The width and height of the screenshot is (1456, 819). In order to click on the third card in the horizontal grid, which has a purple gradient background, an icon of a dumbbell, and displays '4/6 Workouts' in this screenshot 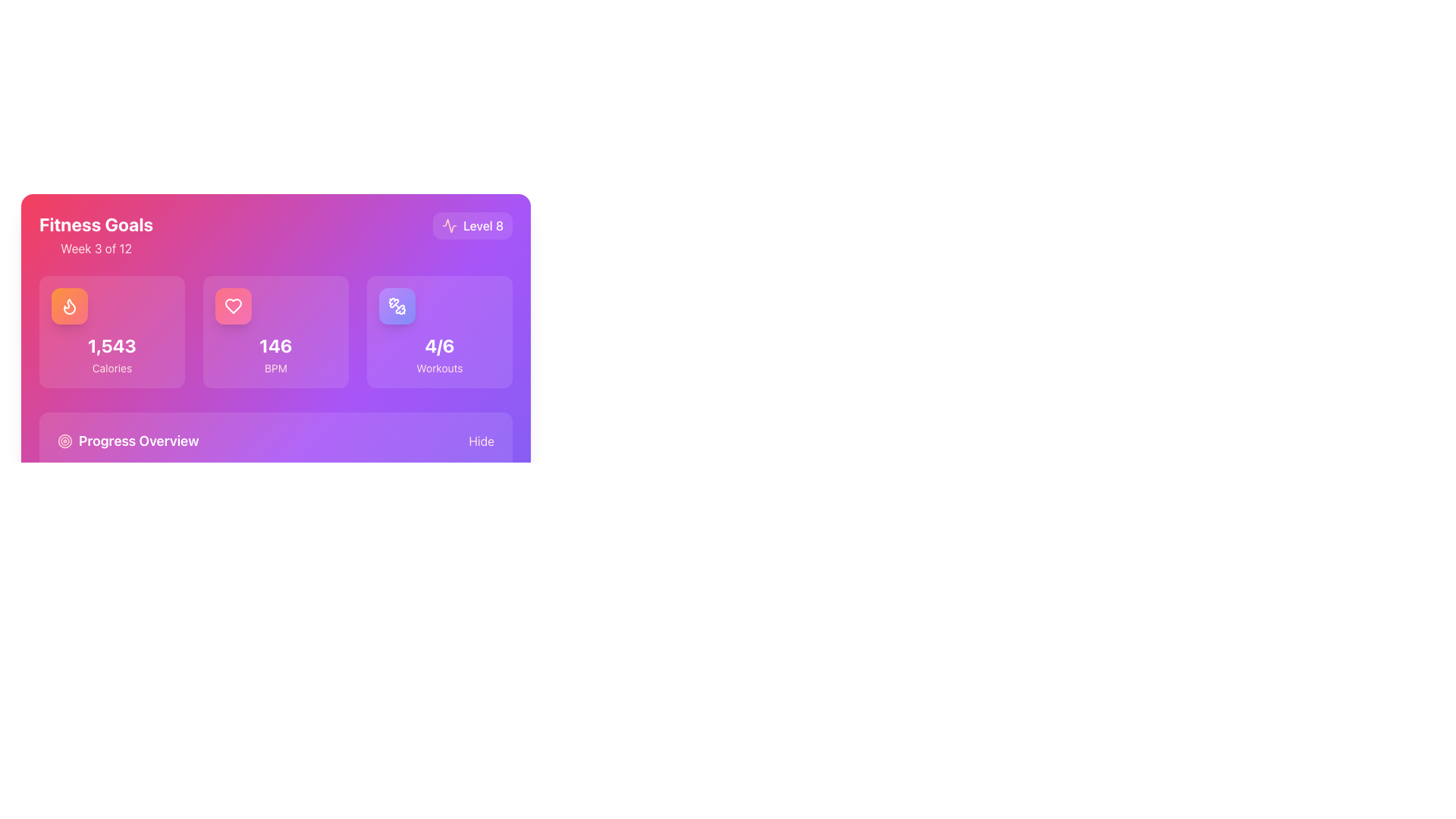, I will do `click(439, 331)`.